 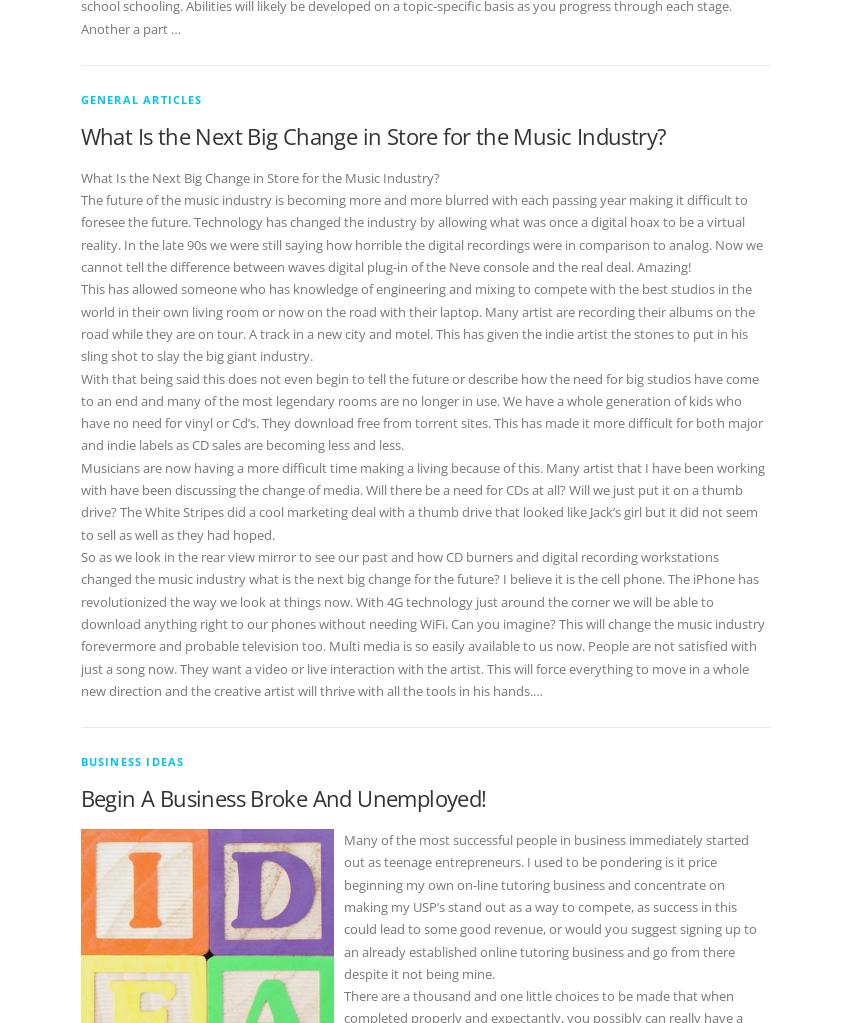 I want to click on 'Begin A Business Broke And Unemployed!', so click(x=282, y=797).